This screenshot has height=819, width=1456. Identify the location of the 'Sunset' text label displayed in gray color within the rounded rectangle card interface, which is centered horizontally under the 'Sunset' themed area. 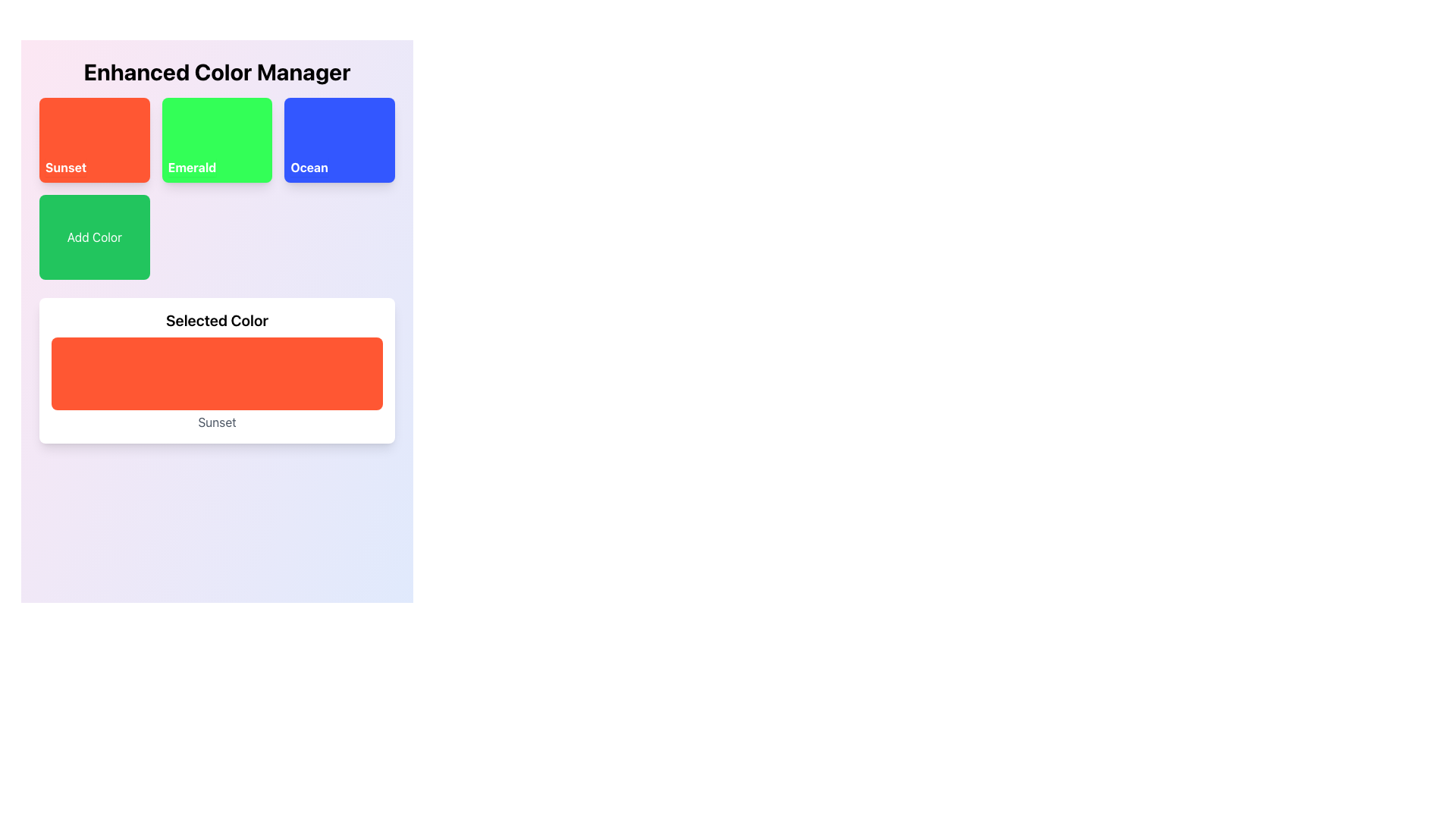
(216, 422).